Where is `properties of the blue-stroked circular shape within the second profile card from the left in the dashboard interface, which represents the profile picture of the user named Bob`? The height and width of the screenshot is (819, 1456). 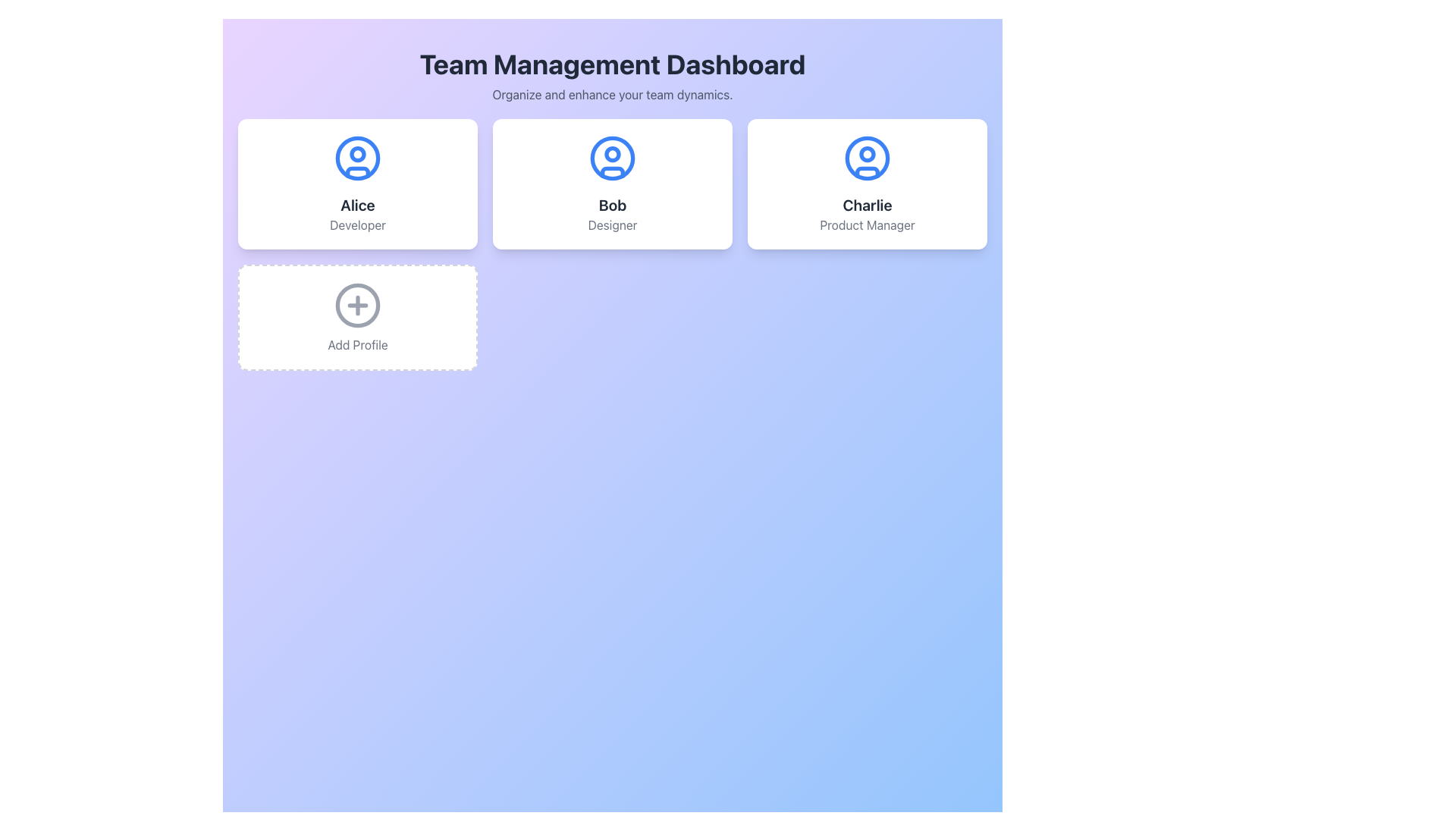 properties of the blue-stroked circular shape within the second profile card from the left in the dashboard interface, which represents the profile picture of the user named Bob is located at coordinates (612, 158).